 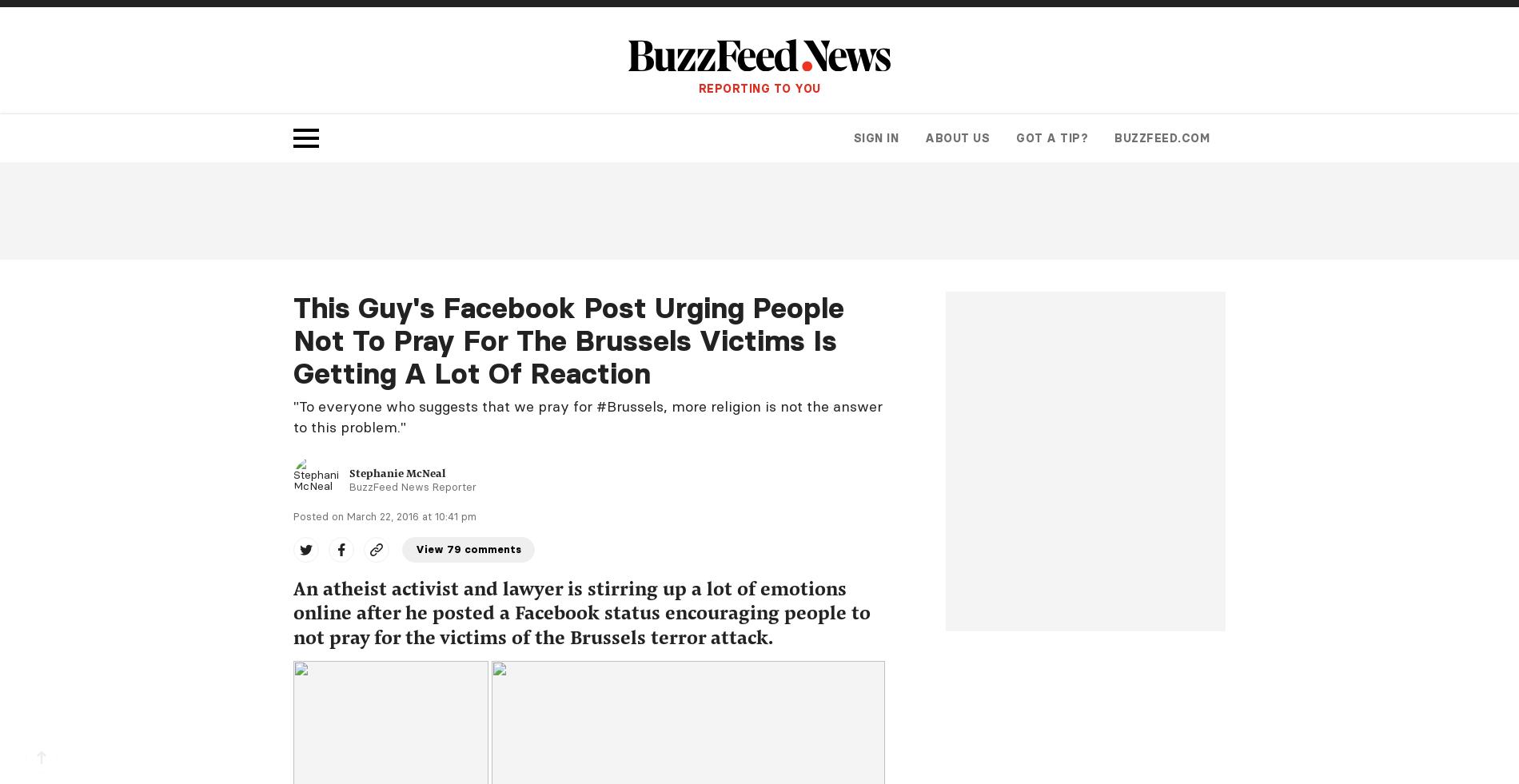 I want to click on 'BuzzFeed News Reporter', so click(x=413, y=486).